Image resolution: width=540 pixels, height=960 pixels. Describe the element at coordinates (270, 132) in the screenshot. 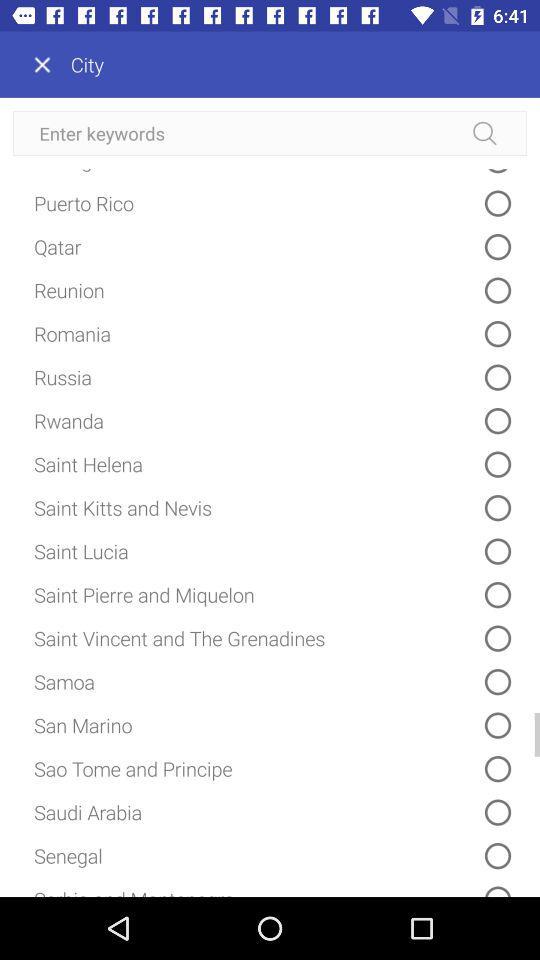

I see `the item above the portugal item` at that location.